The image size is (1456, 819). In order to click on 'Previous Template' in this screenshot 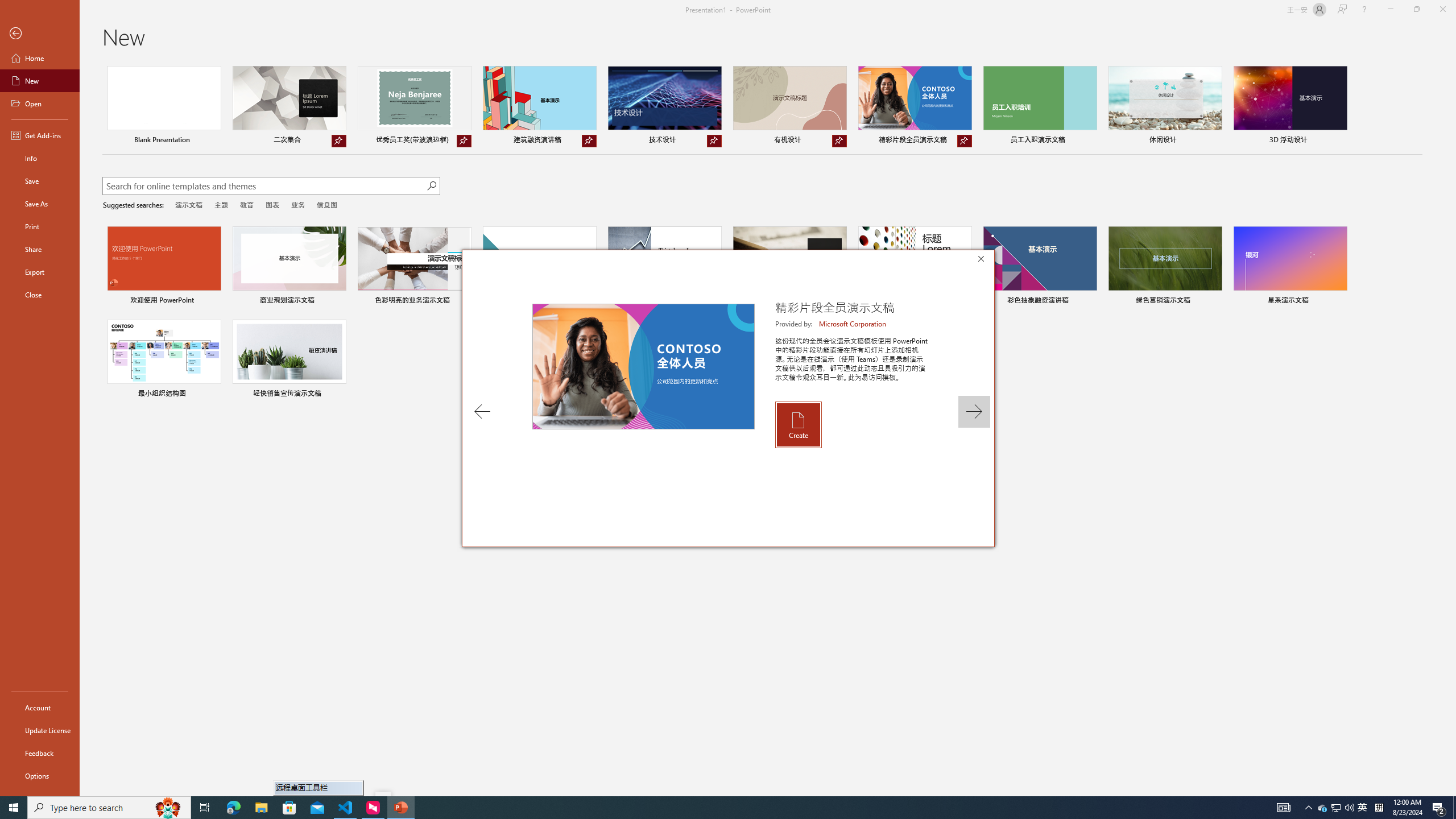, I will do `click(482, 411)`.